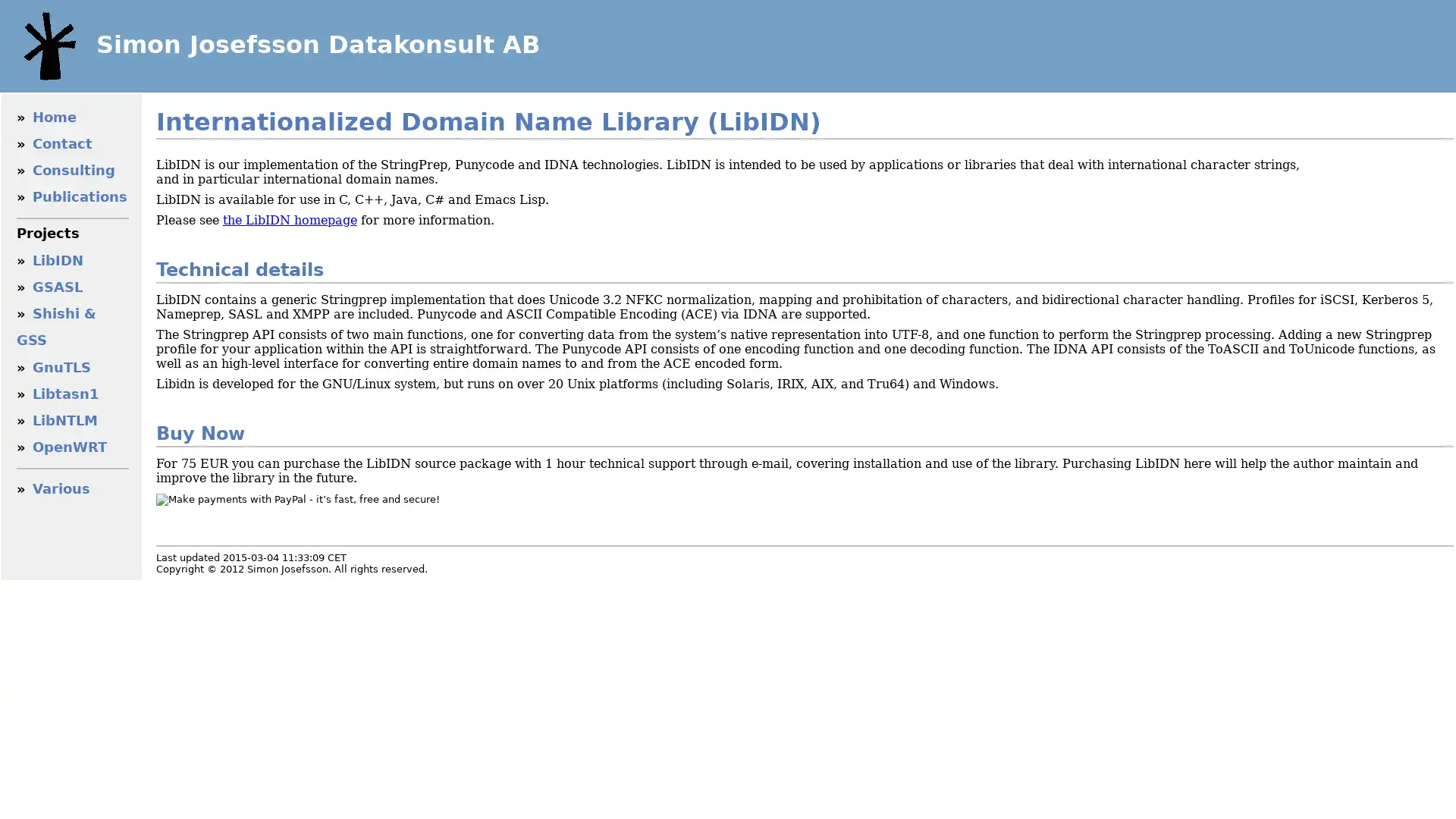  I want to click on Make payments with PayPal - its fast, free and secure!, so click(297, 500).